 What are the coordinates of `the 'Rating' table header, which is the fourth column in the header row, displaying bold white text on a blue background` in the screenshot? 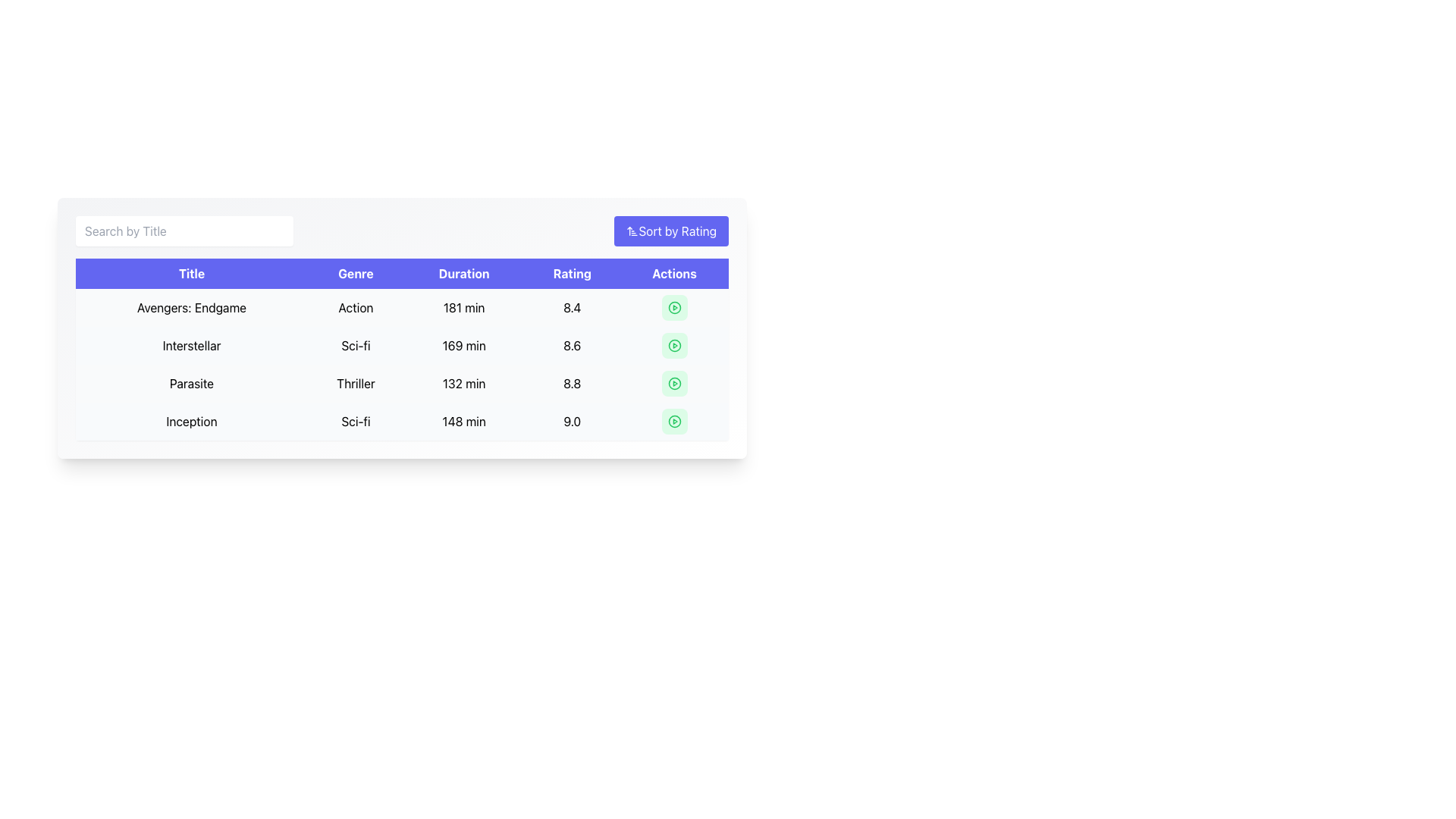 It's located at (571, 274).